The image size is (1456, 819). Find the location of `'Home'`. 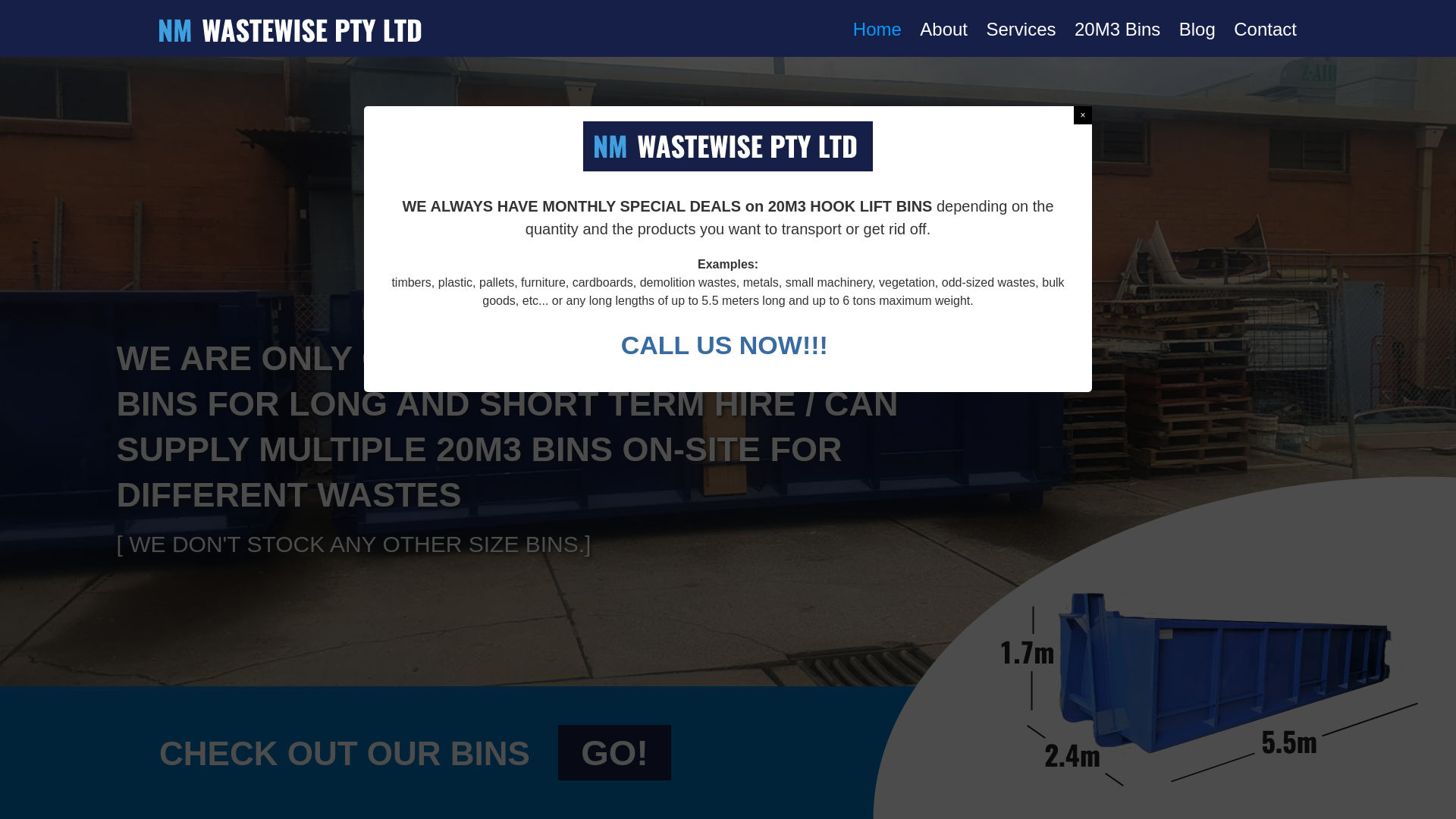

'Home' is located at coordinates (877, 29).